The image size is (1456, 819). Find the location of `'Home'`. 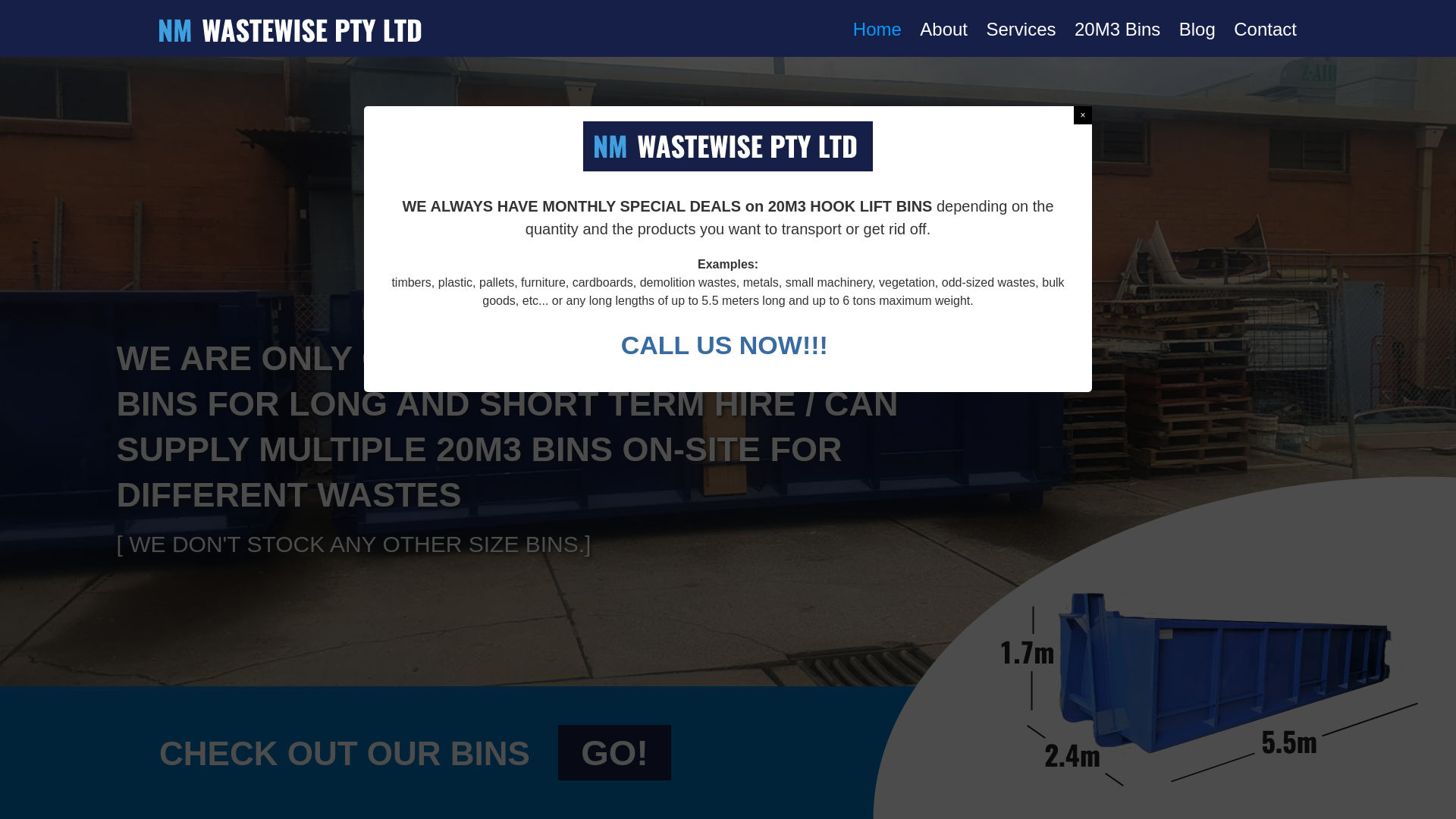

'Home' is located at coordinates (877, 29).